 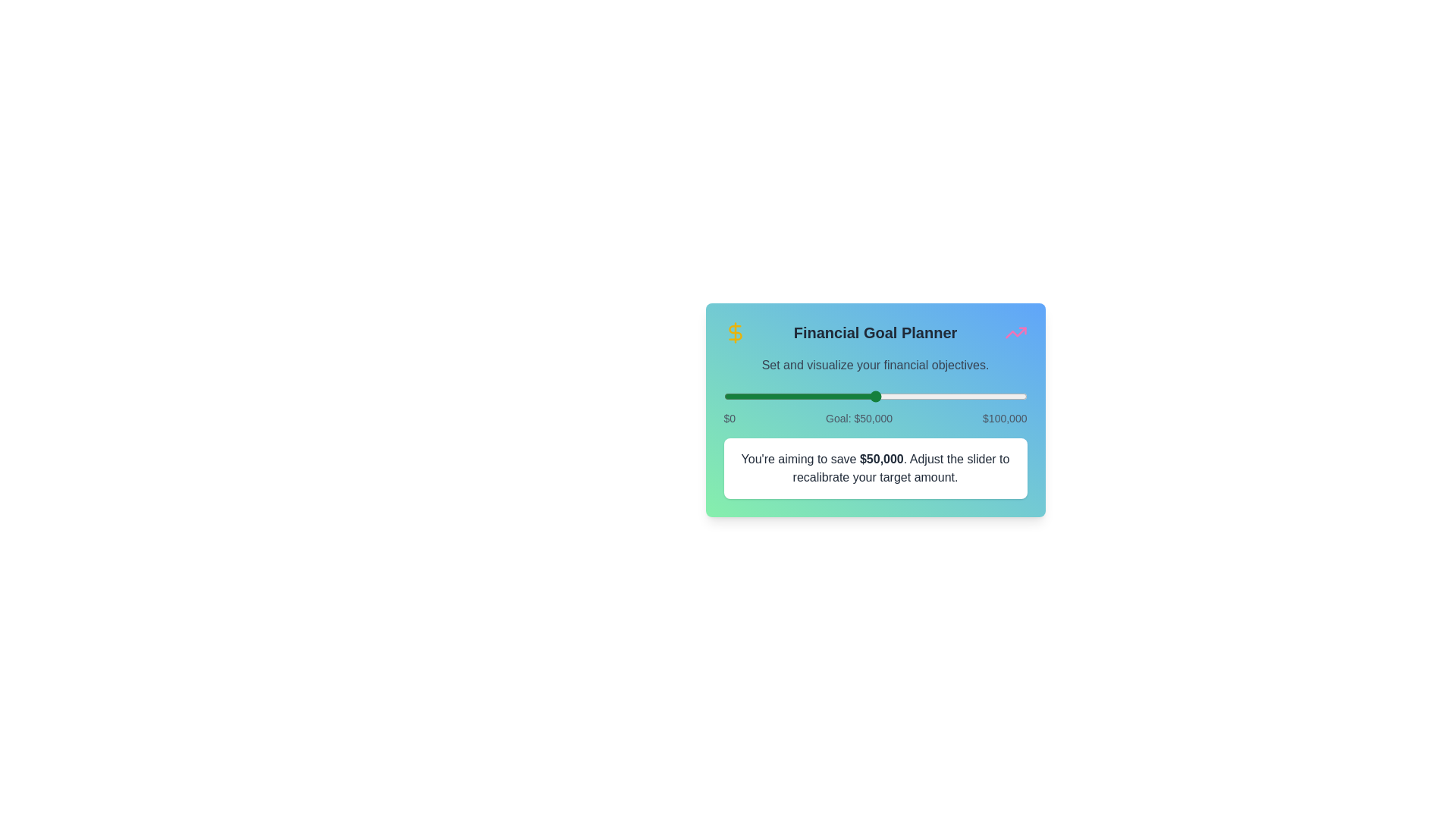 I want to click on the slider to set the financial goal to 27569 dollars, so click(x=806, y=396).